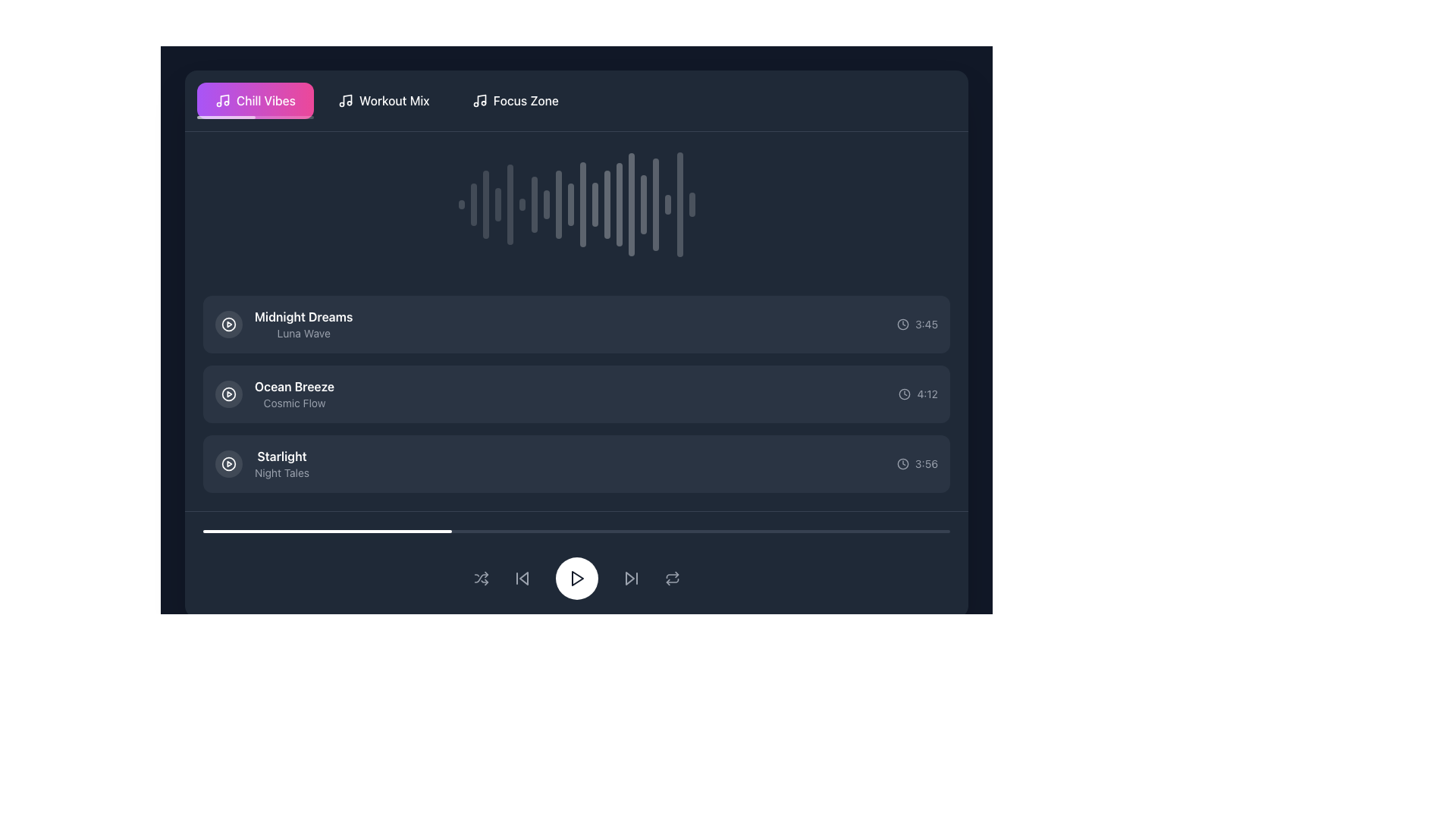  I want to click on the ninth vertical bar in the waveform visualization that has a subtle pulsating animation and a lighter coloration compared to the dark background, so click(557, 205).